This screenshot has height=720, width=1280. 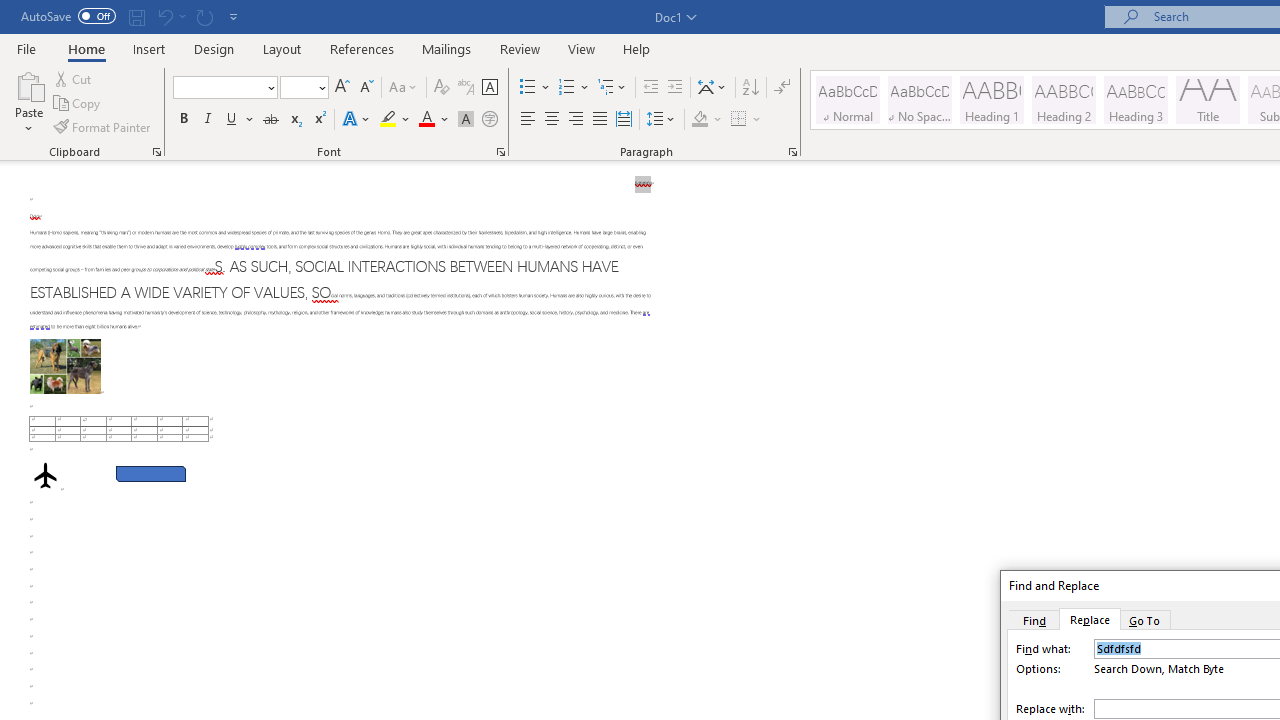 What do you see at coordinates (1062, 100) in the screenshot?
I see `'Heading 2'` at bounding box center [1062, 100].